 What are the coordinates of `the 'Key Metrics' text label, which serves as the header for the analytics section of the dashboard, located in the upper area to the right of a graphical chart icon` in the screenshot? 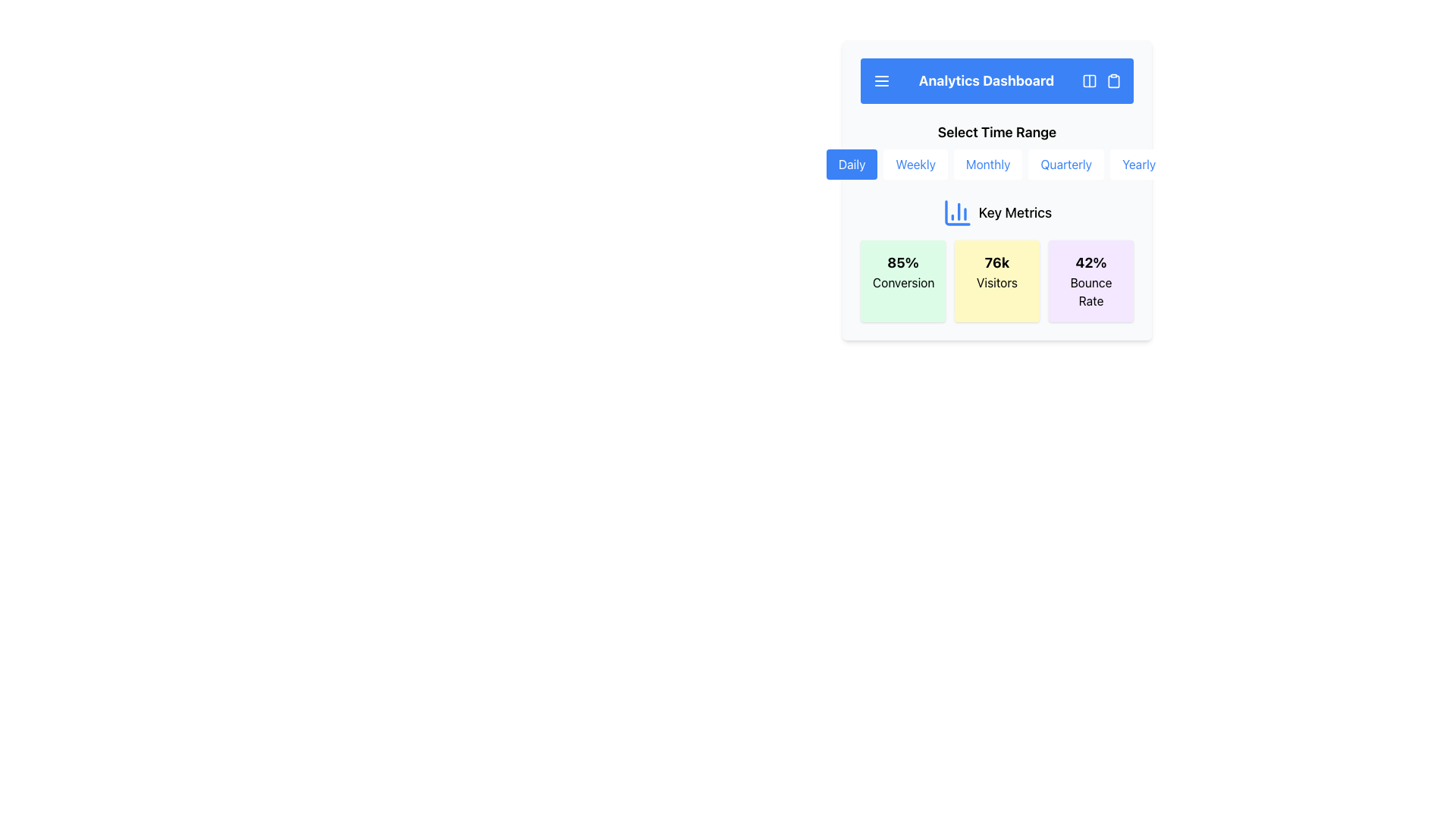 It's located at (1015, 213).